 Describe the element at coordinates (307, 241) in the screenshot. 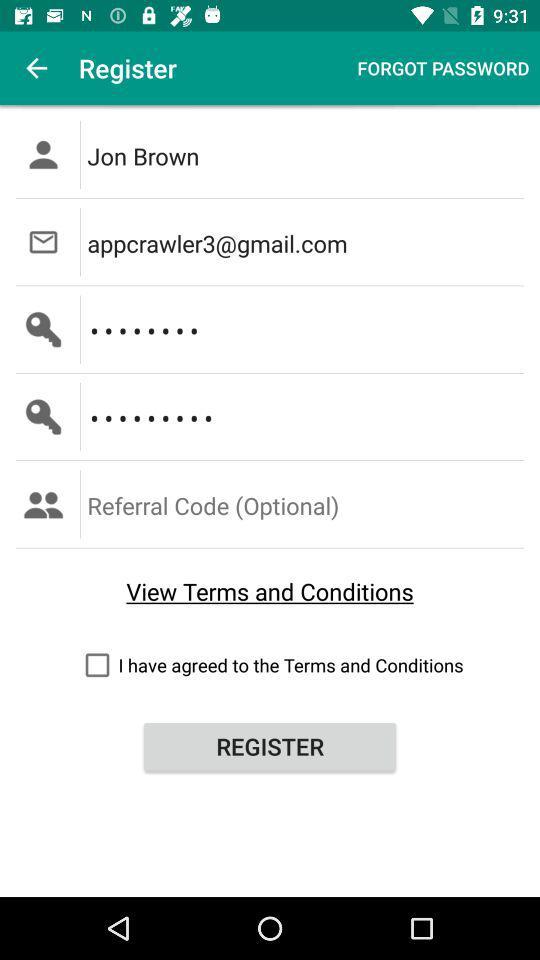

I see `the appcrawler3@gmail.com` at that location.